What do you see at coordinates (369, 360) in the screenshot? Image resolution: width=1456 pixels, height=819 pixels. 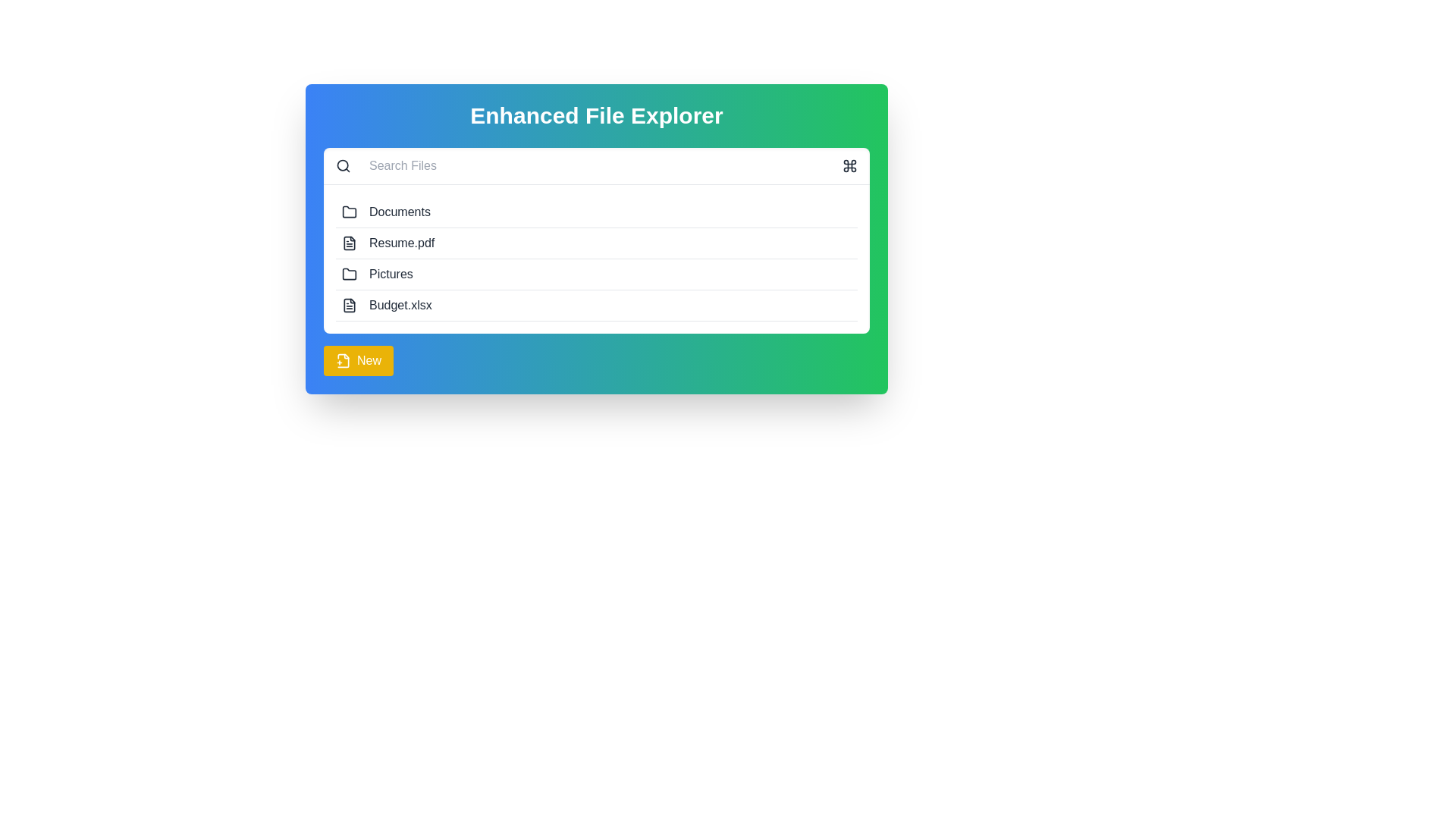 I see `the 'New' button located at the bottom-left corner of the main interface` at bounding box center [369, 360].